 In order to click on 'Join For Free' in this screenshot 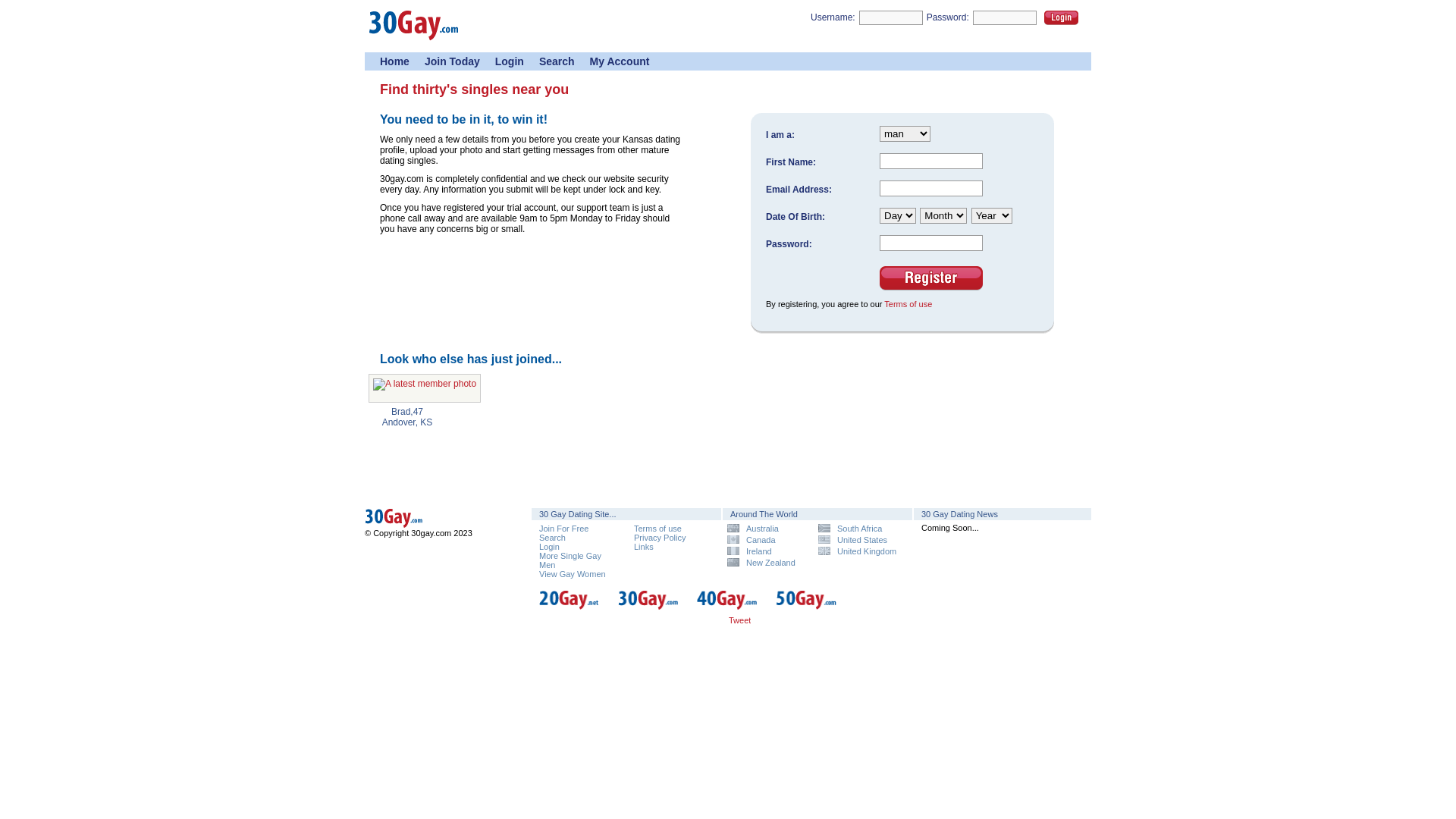, I will do `click(563, 528)`.